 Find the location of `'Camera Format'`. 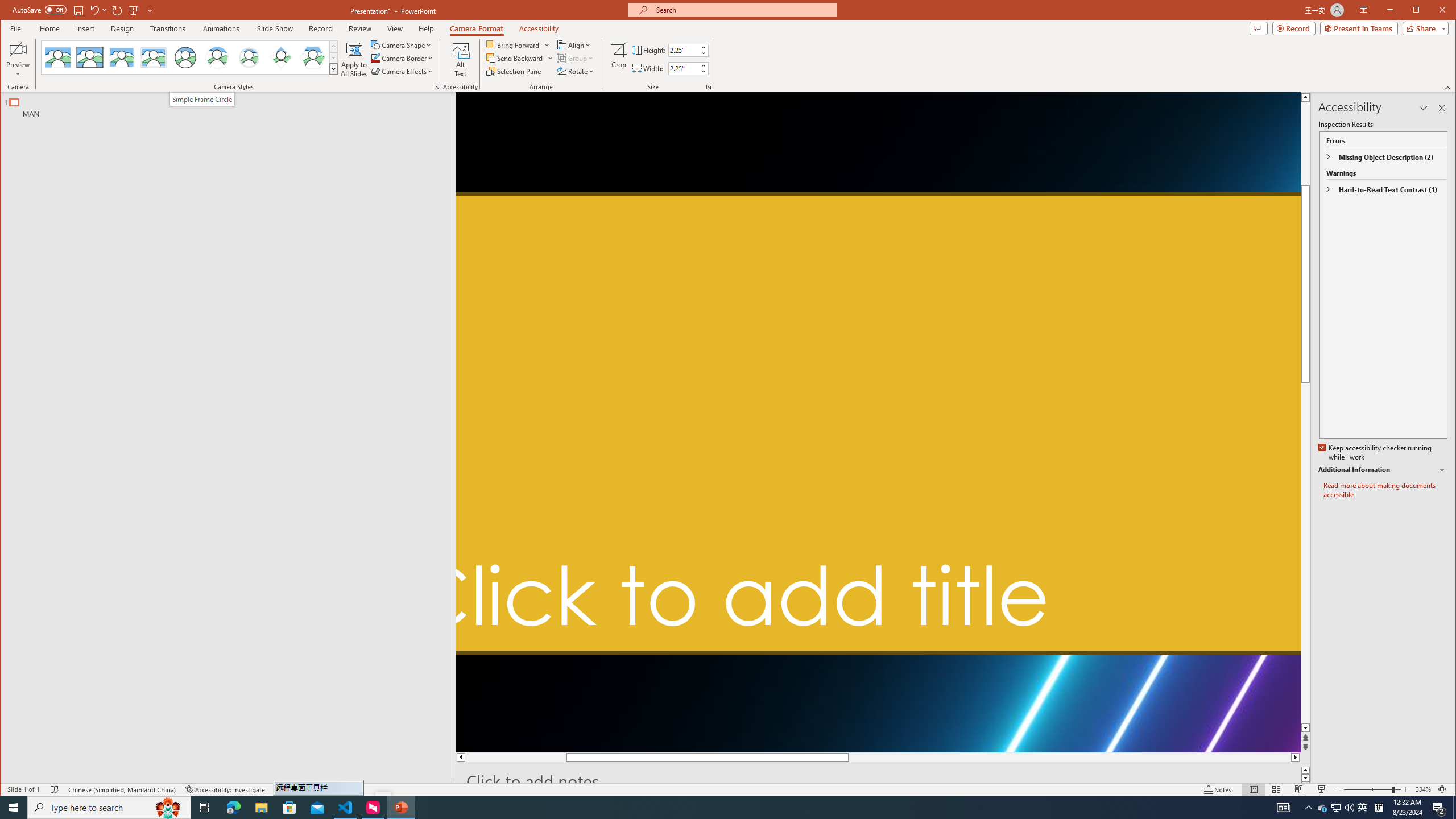

'Camera Format' is located at coordinates (476, 28).